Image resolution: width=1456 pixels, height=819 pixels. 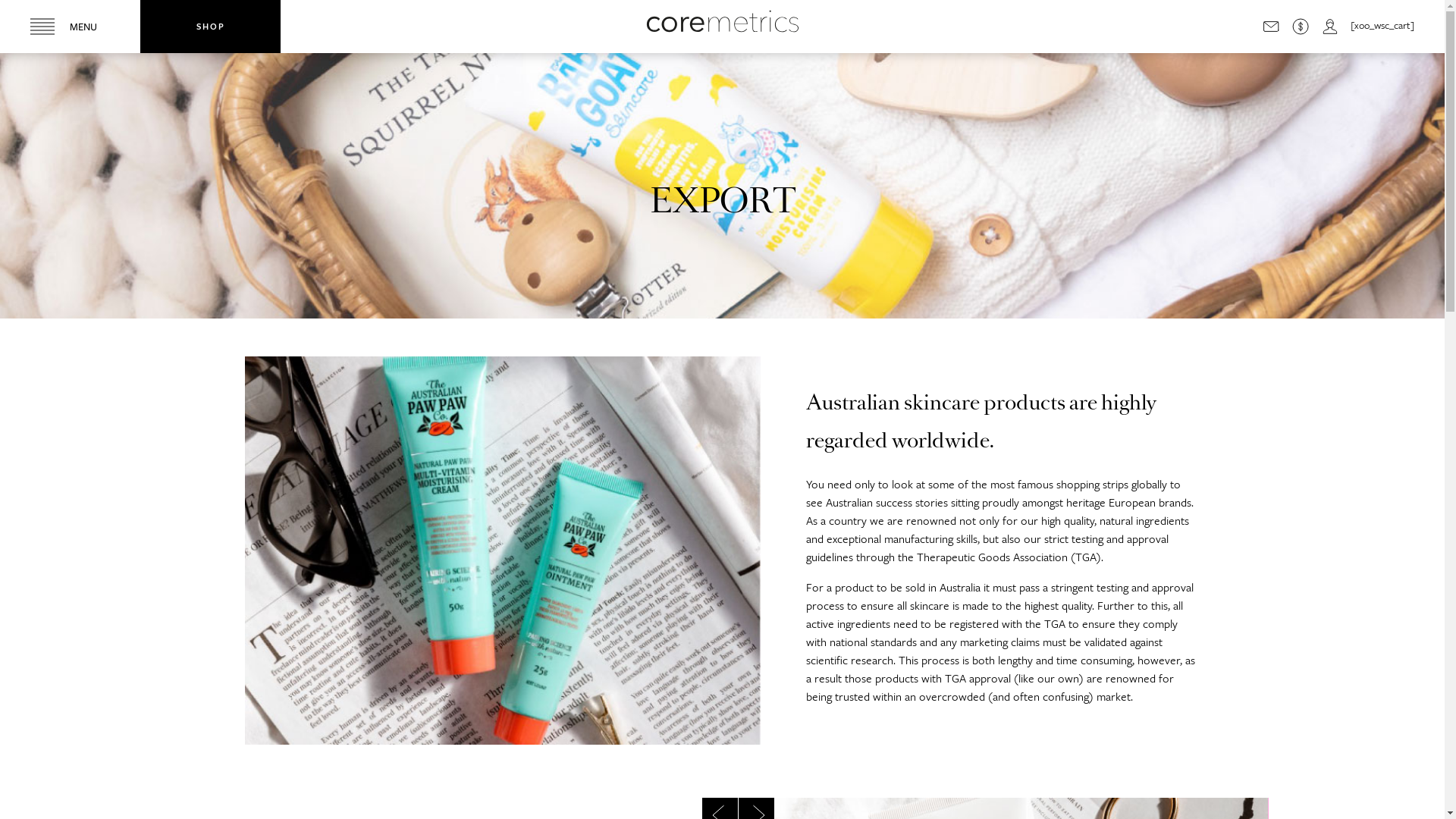 I want to click on 'SHOP', so click(x=140, y=26).